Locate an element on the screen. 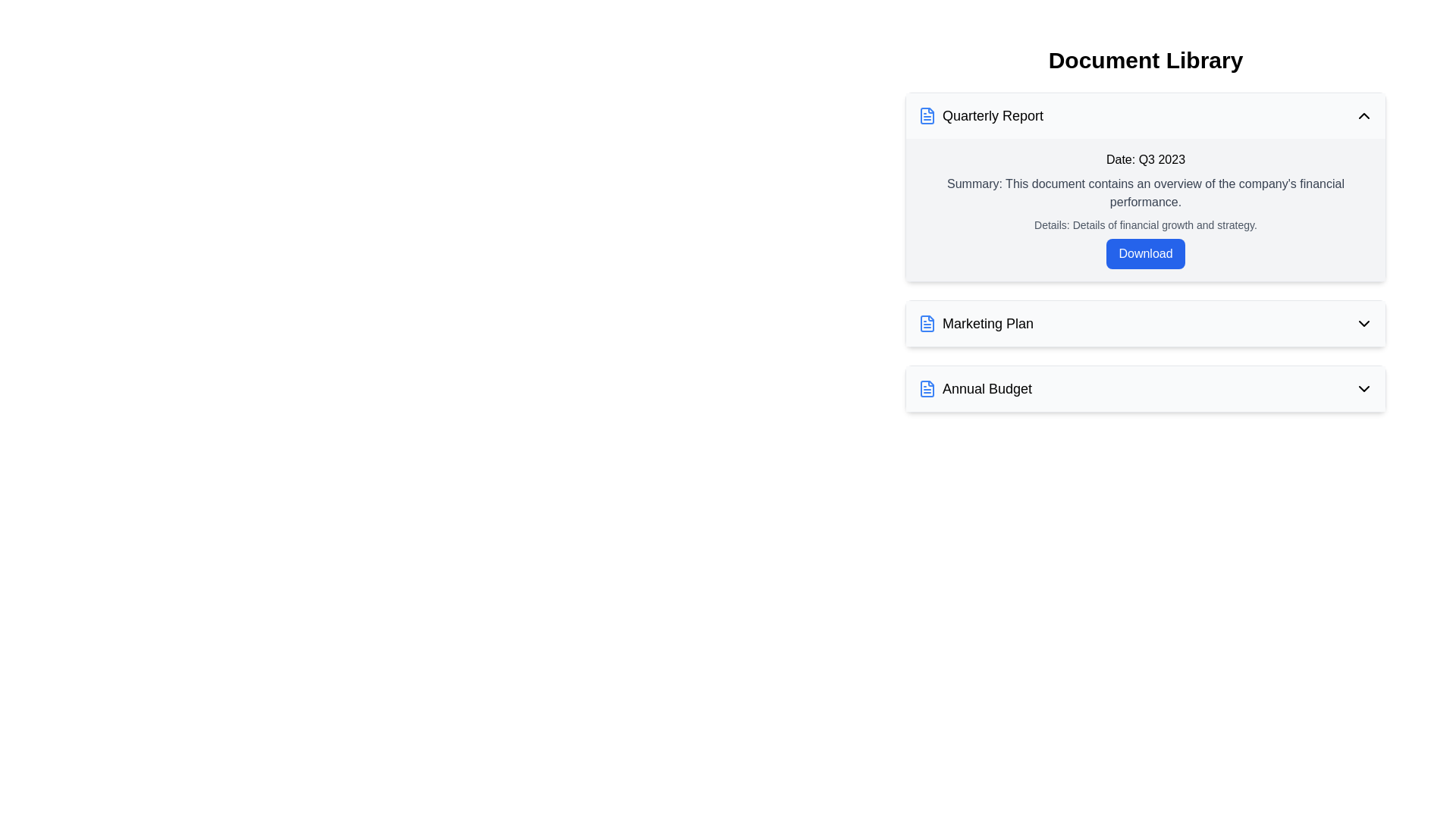 The image size is (1456, 819). the blue rounded button labeled 'Download' located at the bottom-right corner of the 'Quarterly Report' section to initiate the download is located at coordinates (1146, 253).